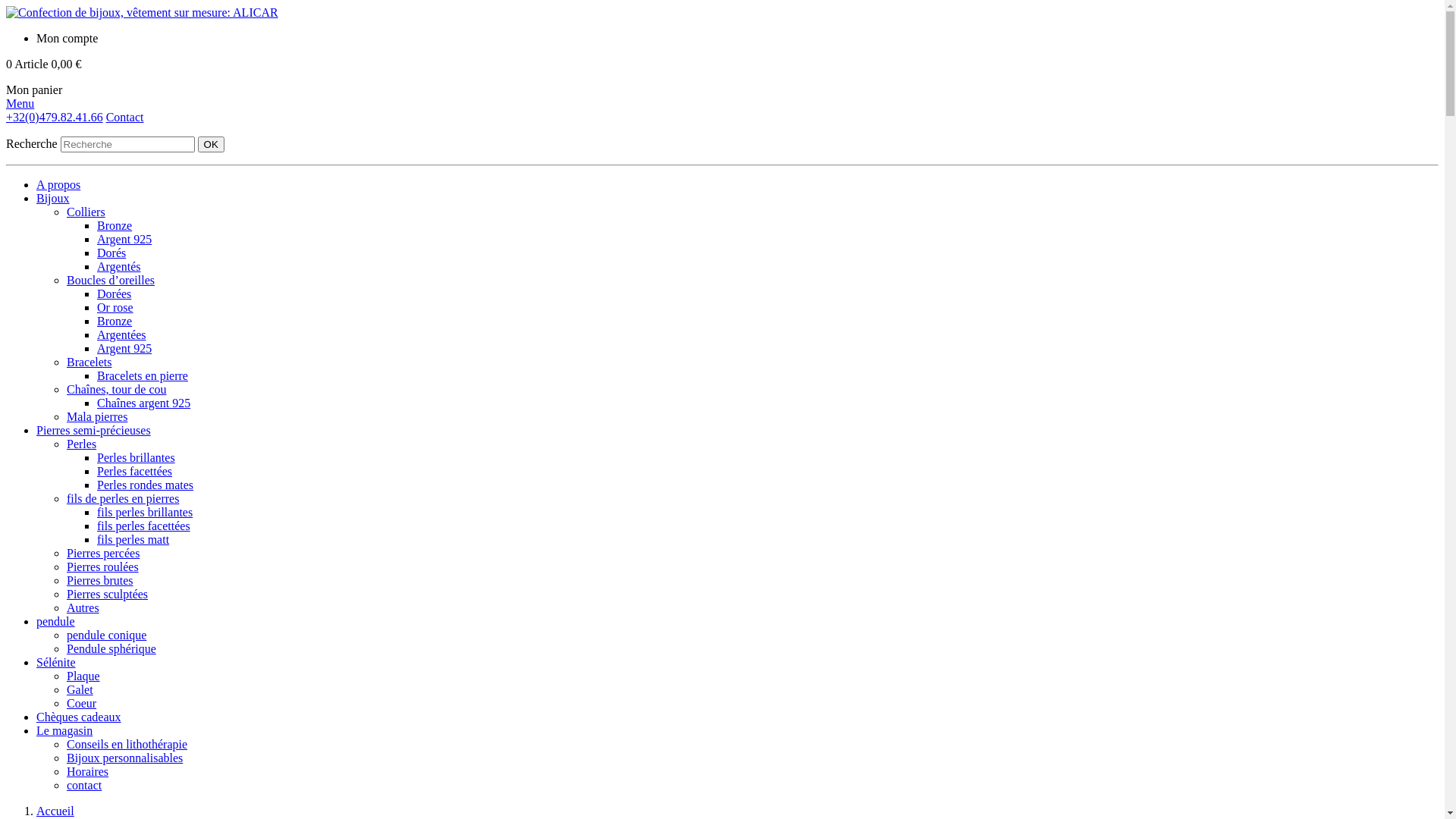  What do you see at coordinates (82, 607) in the screenshot?
I see `'Autres'` at bounding box center [82, 607].